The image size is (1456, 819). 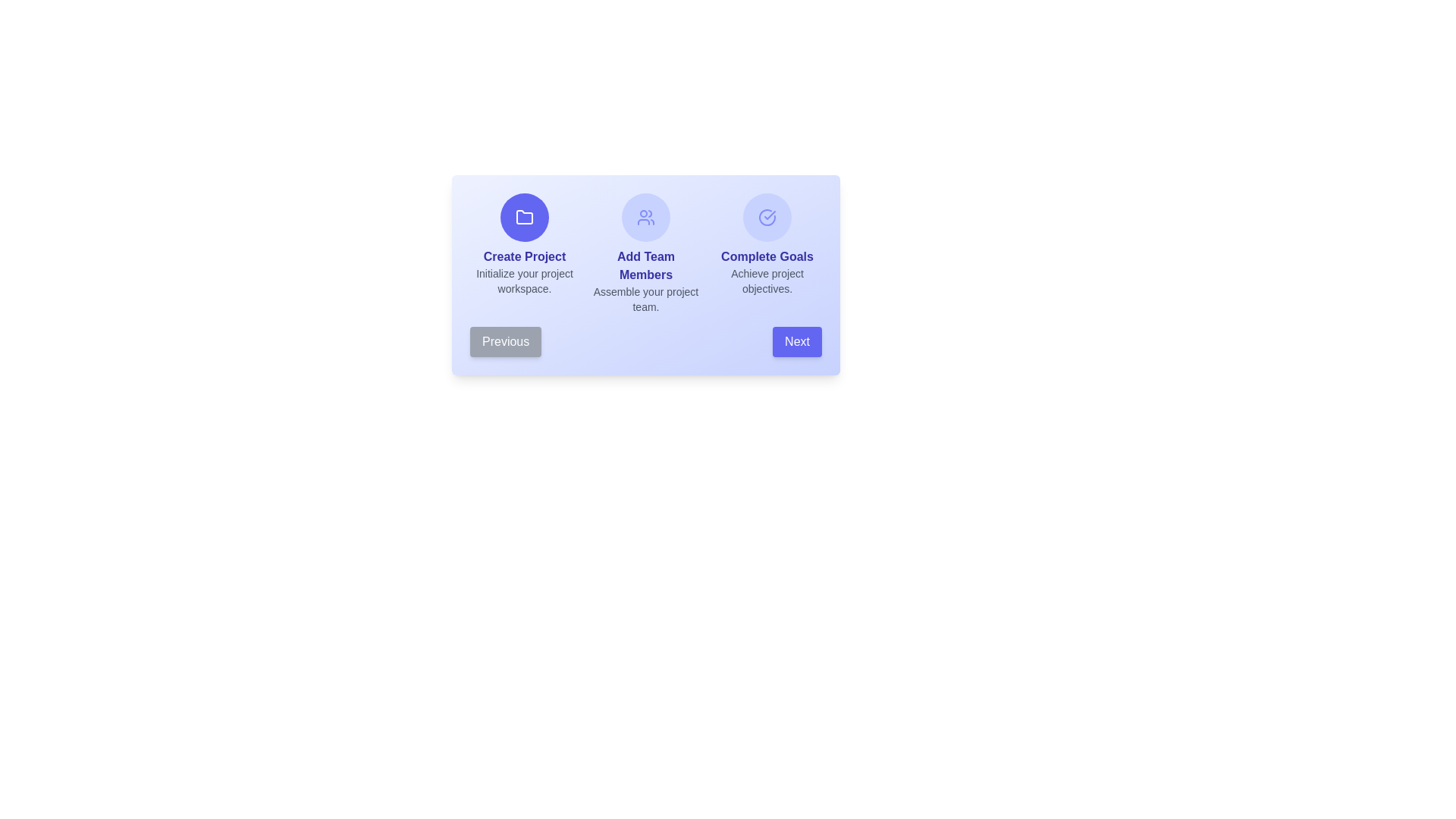 I want to click on the step icon corresponding to Create Project to view its description, so click(x=524, y=217).